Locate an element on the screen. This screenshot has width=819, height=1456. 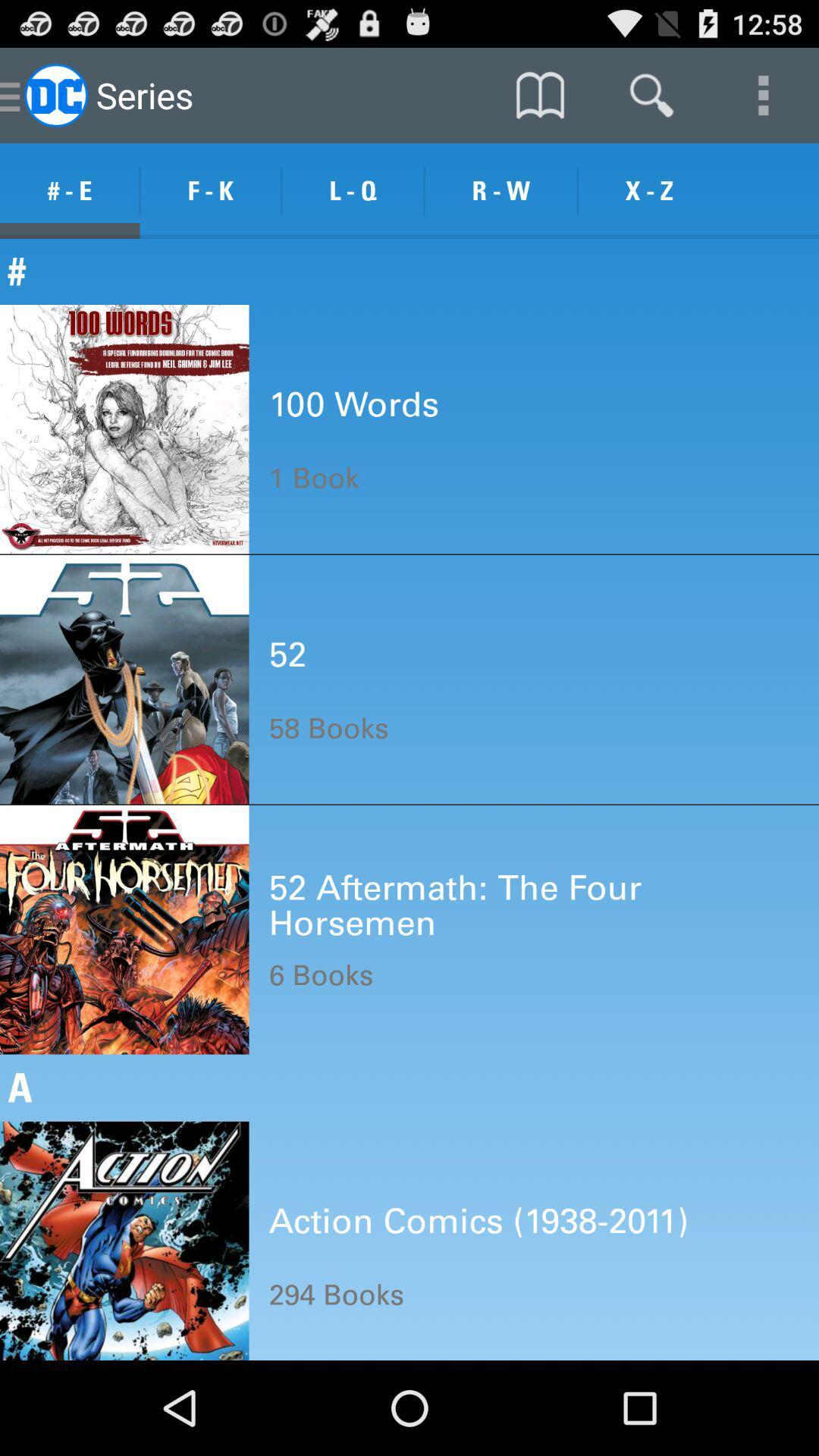
the a is located at coordinates (409, 1087).